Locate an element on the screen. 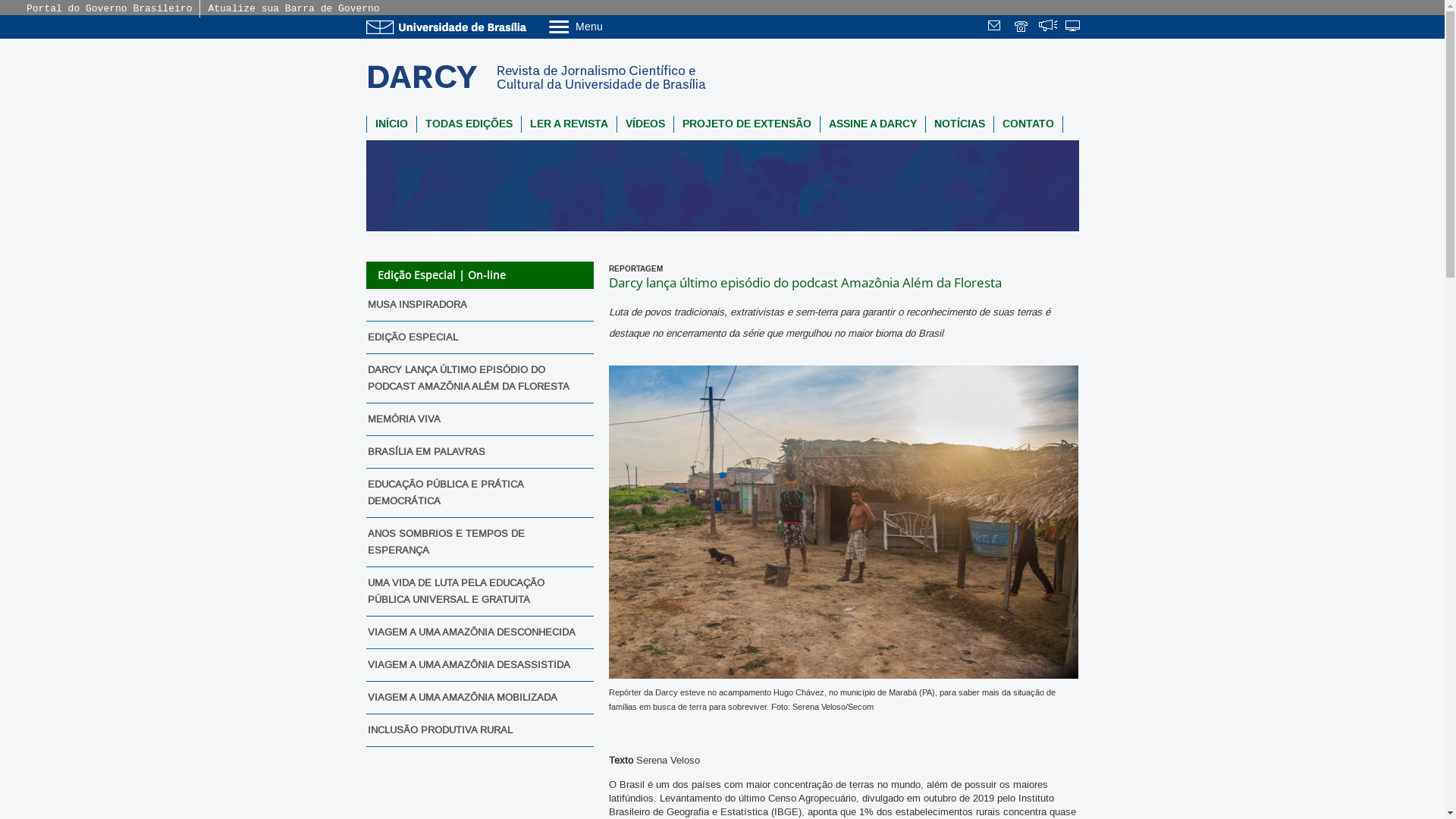  'CONTATO' is located at coordinates (993, 124).